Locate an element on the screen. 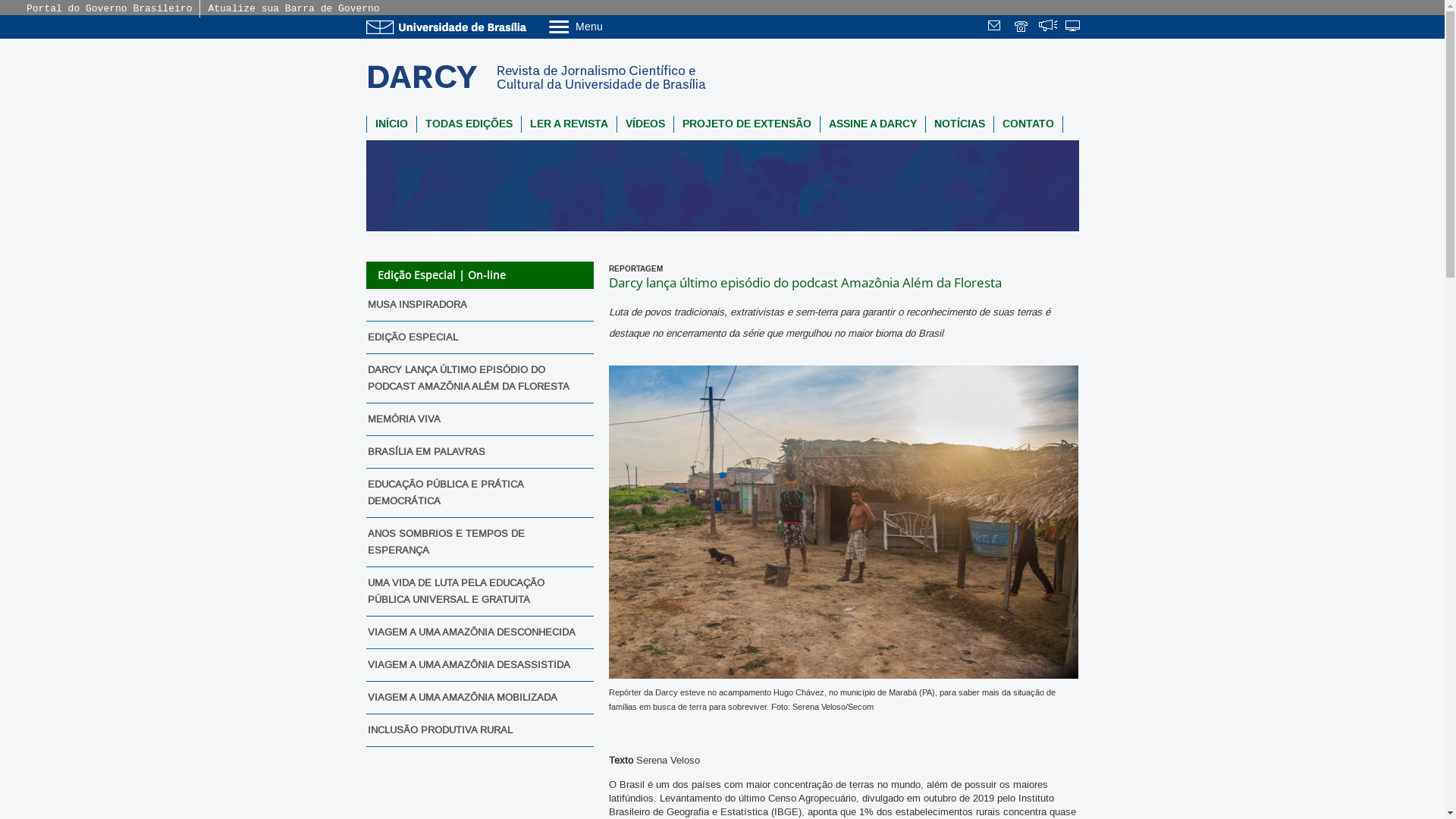  'CONTATO' is located at coordinates (993, 124).